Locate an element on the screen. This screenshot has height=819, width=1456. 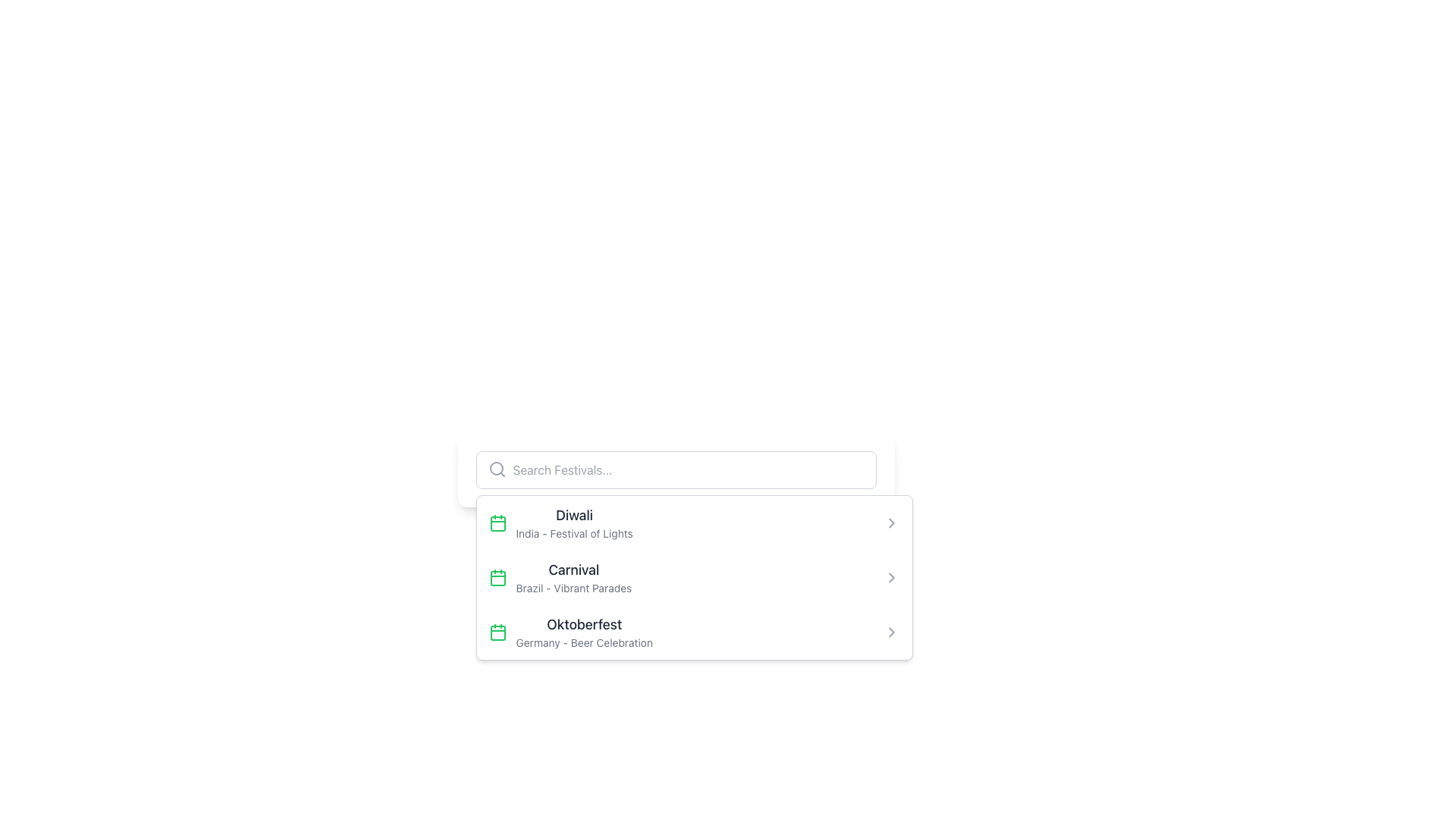
the first item in the dropdown menu labeled 'DiwaliIndia - Festival of Lights', which features a green calendar icon and styled text is located at coordinates (560, 522).